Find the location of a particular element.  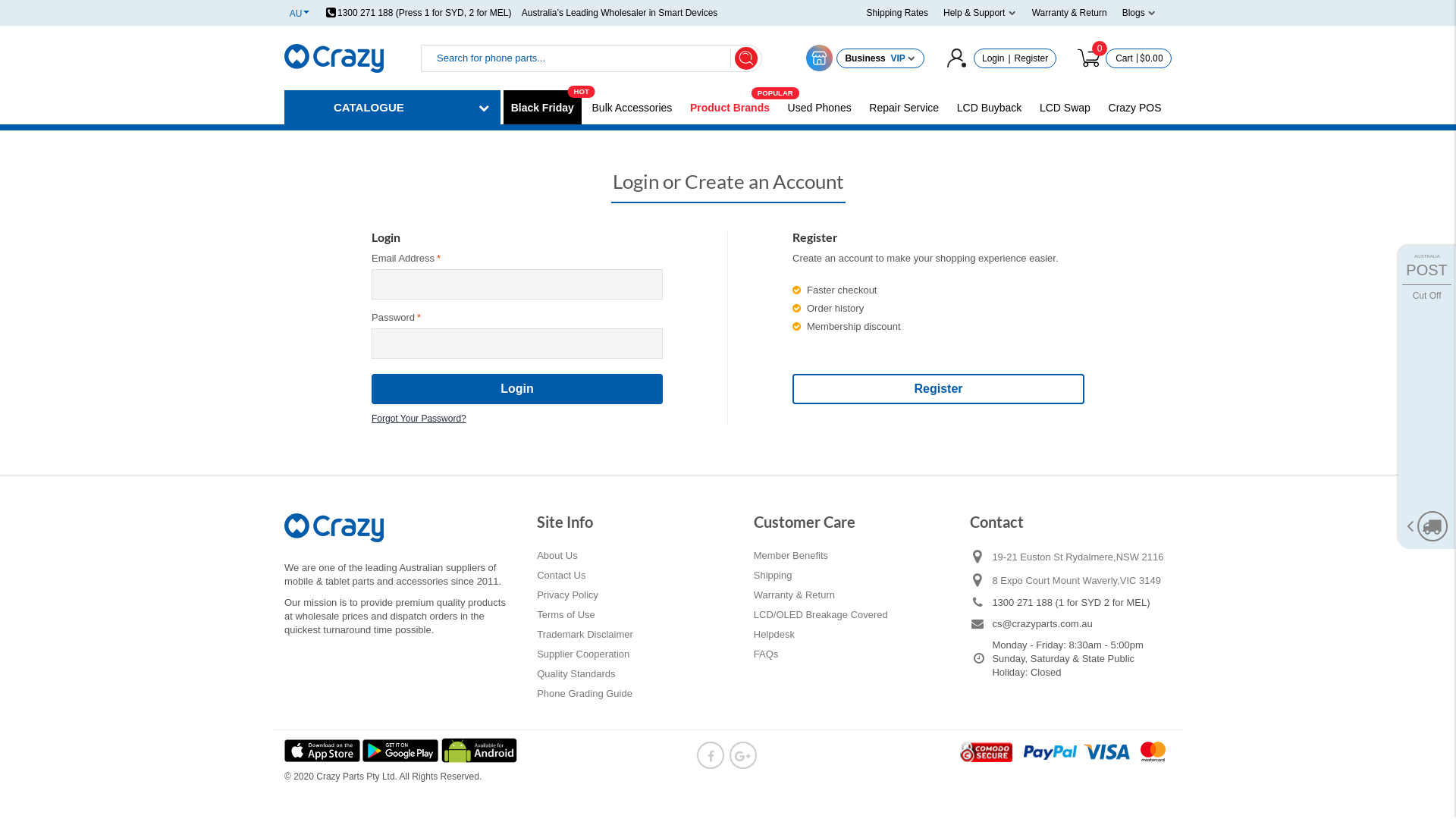

'Warranty & Return' is located at coordinates (1068, 12).